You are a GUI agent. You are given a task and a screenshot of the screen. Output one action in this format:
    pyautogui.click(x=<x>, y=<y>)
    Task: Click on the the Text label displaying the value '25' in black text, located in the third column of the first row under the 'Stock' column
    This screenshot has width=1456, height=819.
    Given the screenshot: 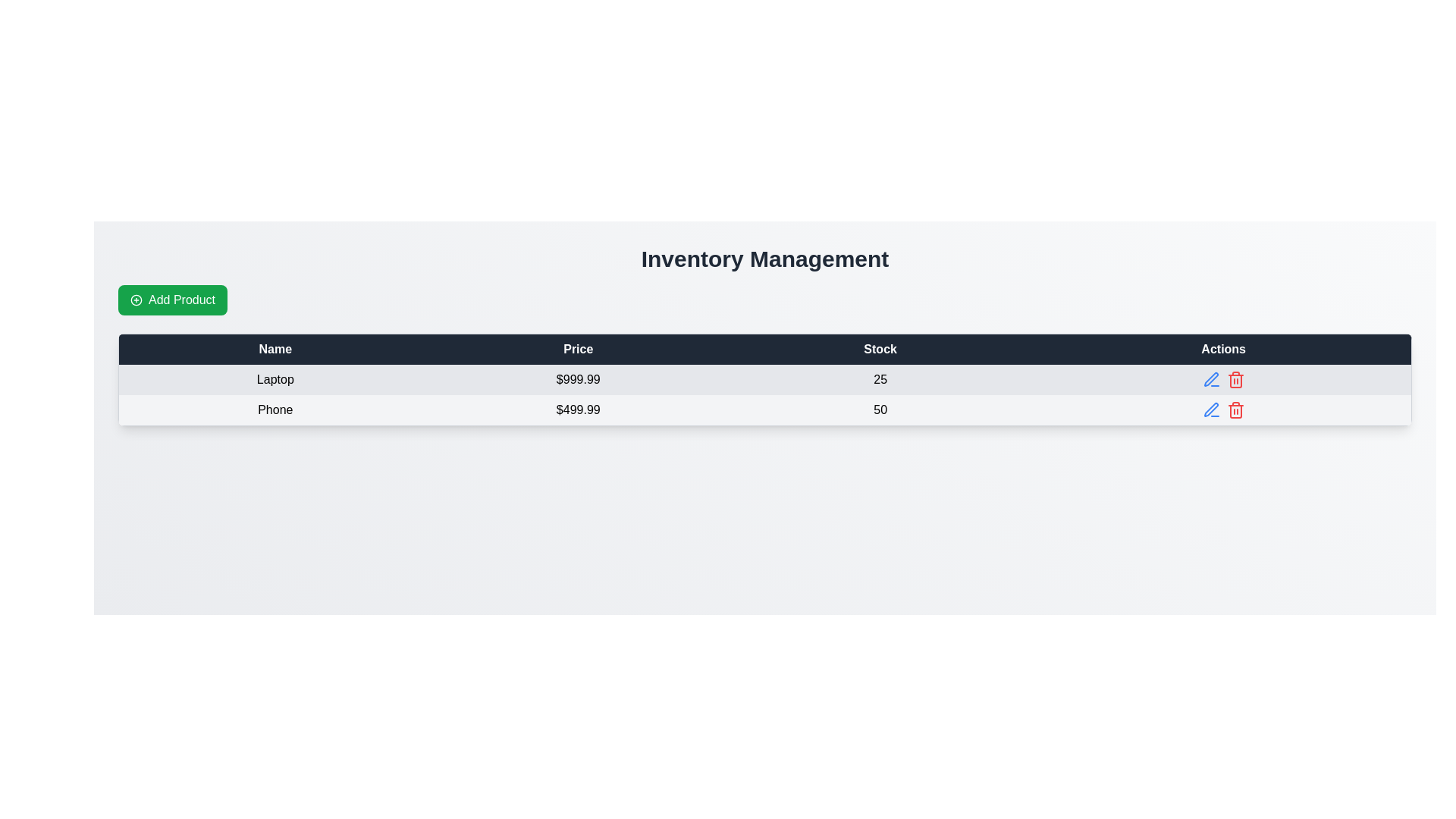 What is the action you would take?
    pyautogui.click(x=880, y=379)
    